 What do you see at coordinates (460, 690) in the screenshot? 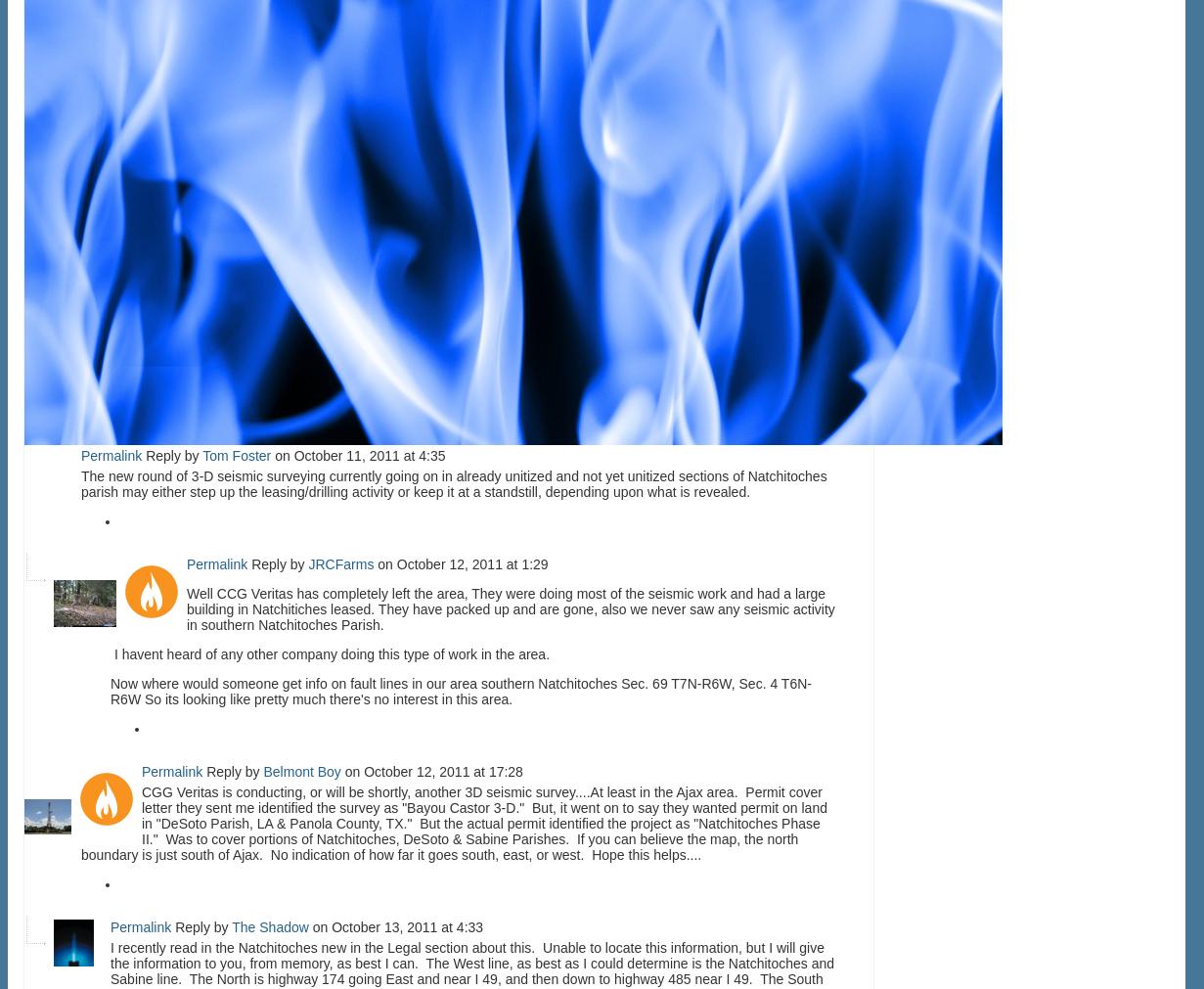
I see `'Now where would someone get info on fault lines in our area southern Natchitoches Sec. 69 T7N-R6W, Sec. 4 T6N-R6W So its looking like pretty much there's no interest in this area.'` at bounding box center [460, 690].